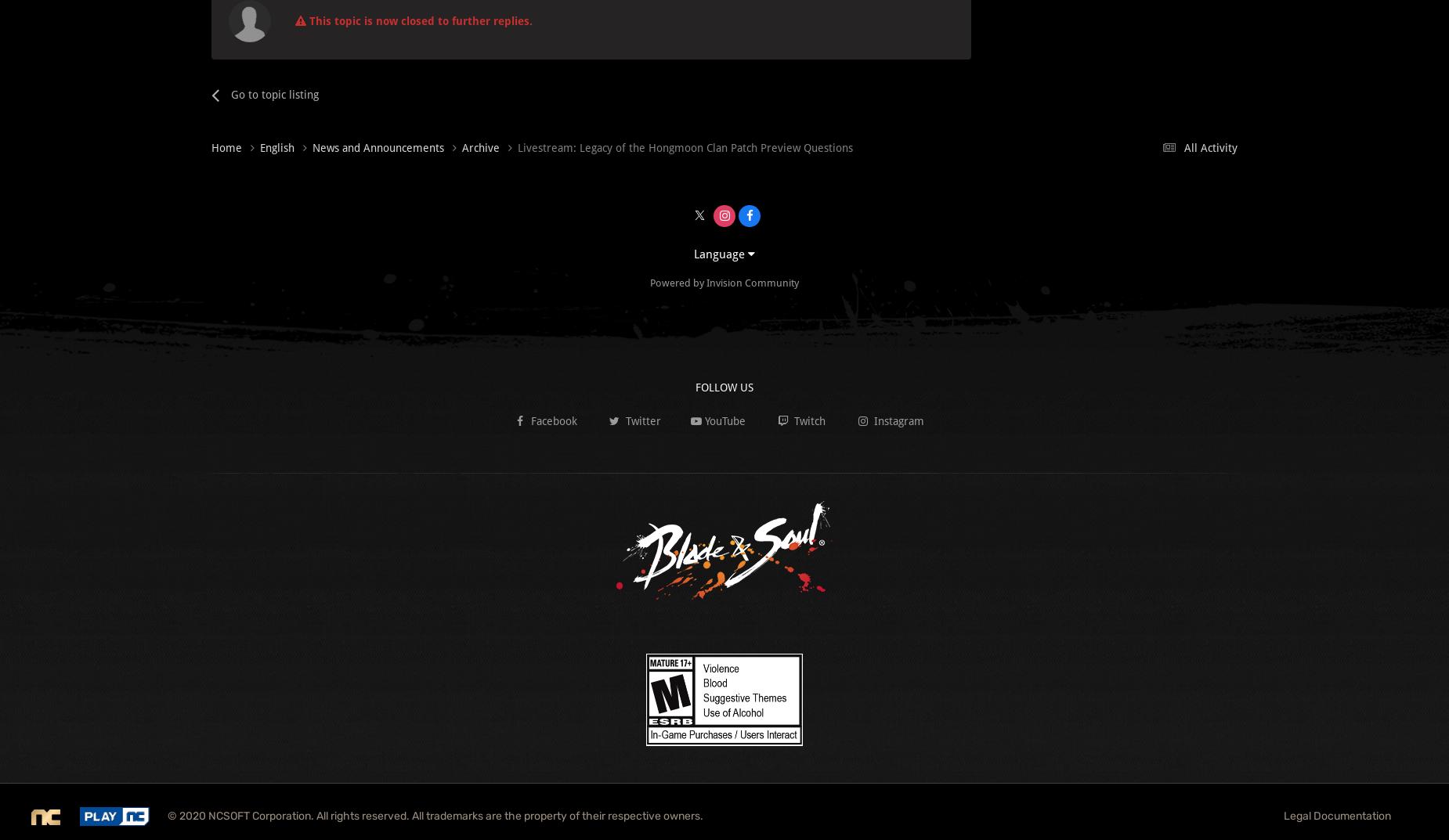 The image size is (1449, 840). Describe the element at coordinates (227, 146) in the screenshot. I see `'Home'` at that location.